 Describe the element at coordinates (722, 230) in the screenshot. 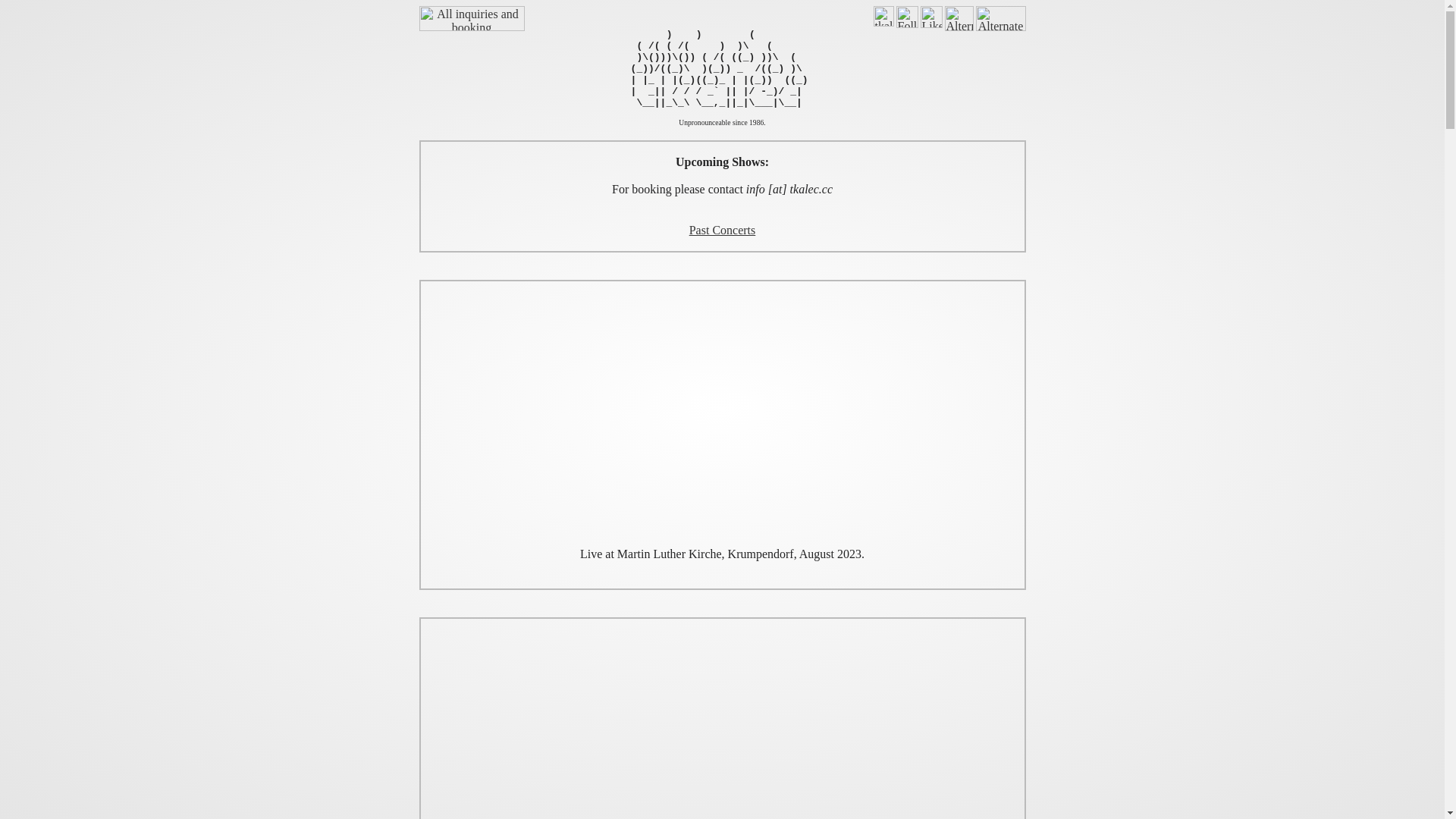

I see `'Past Concerts'` at that location.